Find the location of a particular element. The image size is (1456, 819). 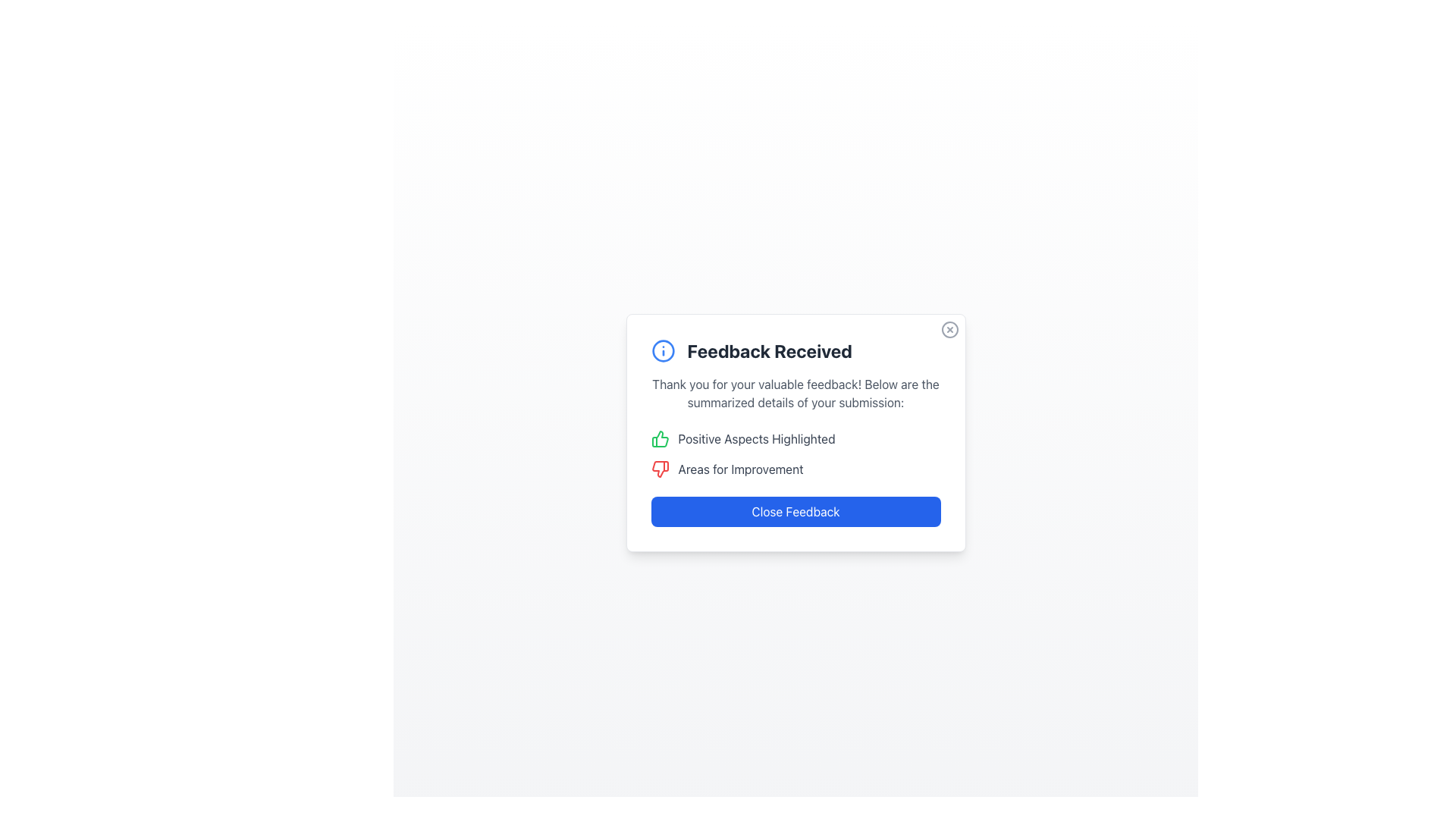

the circular close button with an 'X' shape located is located at coordinates (949, 329).